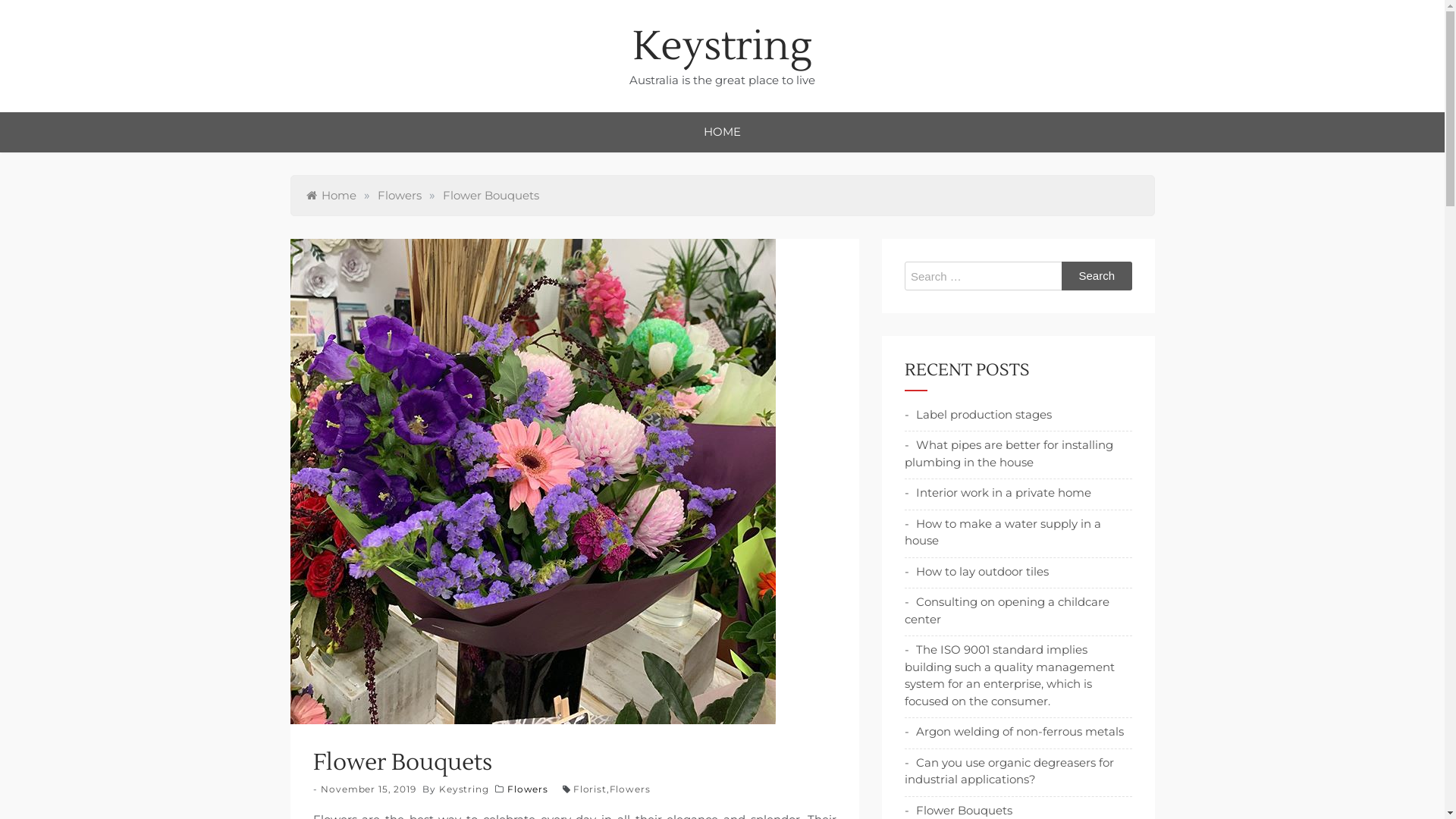 The image size is (1456, 819). I want to click on 'Label production stages', so click(903, 414).